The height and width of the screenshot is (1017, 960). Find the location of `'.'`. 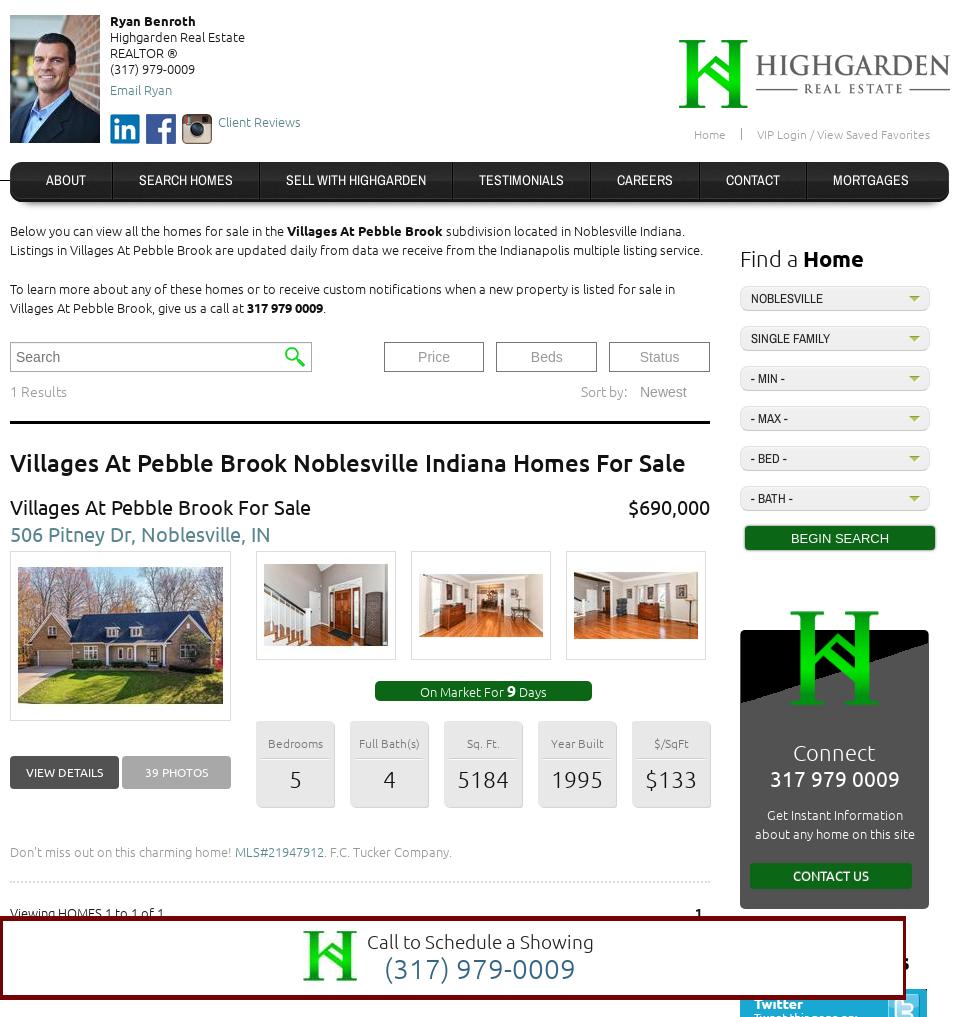

'.' is located at coordinates (324, 307).